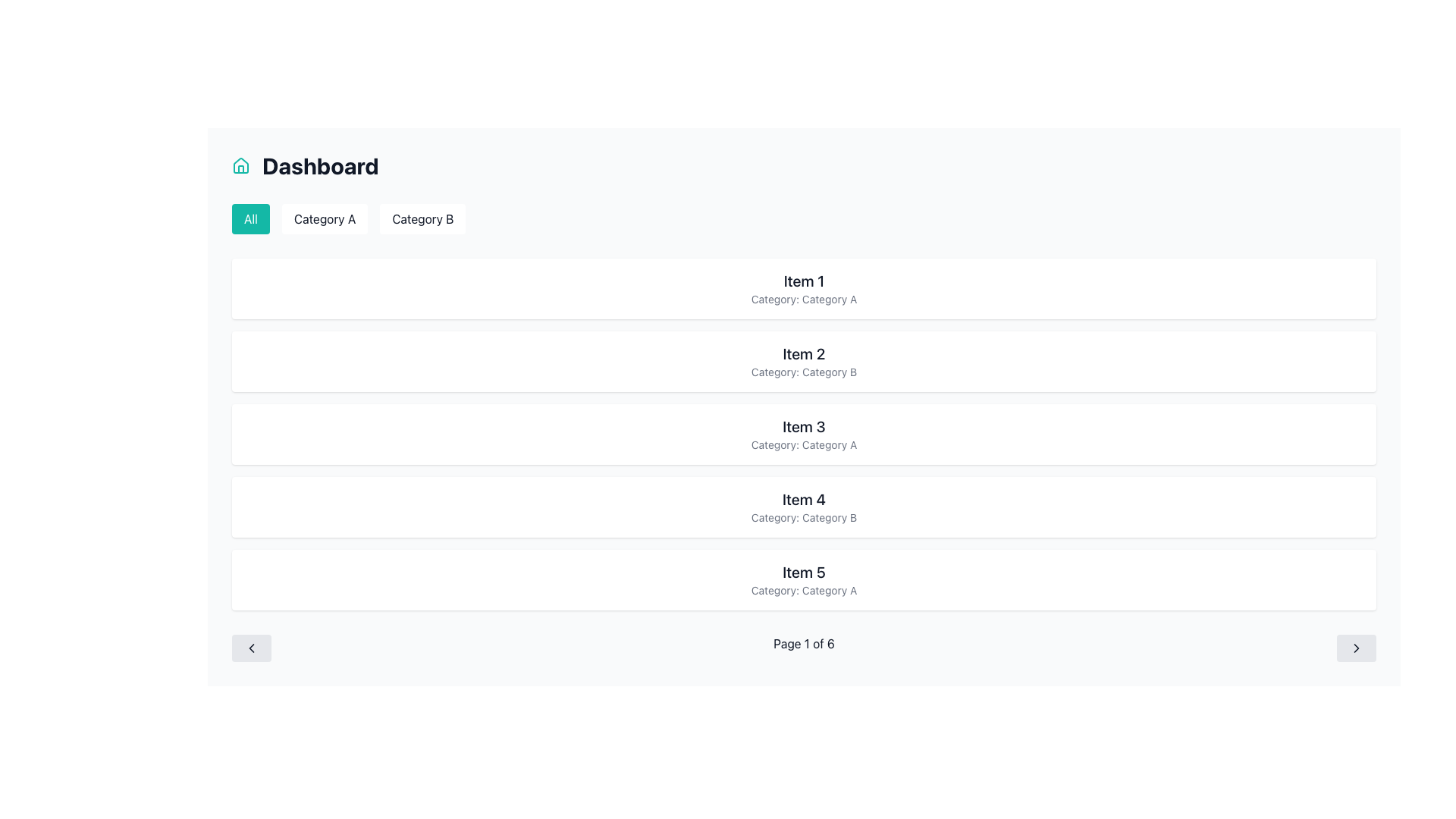 This screenshot has height=819, width=1456. I want to click on the bold text label reading 'Item 2', so click(803, 353).